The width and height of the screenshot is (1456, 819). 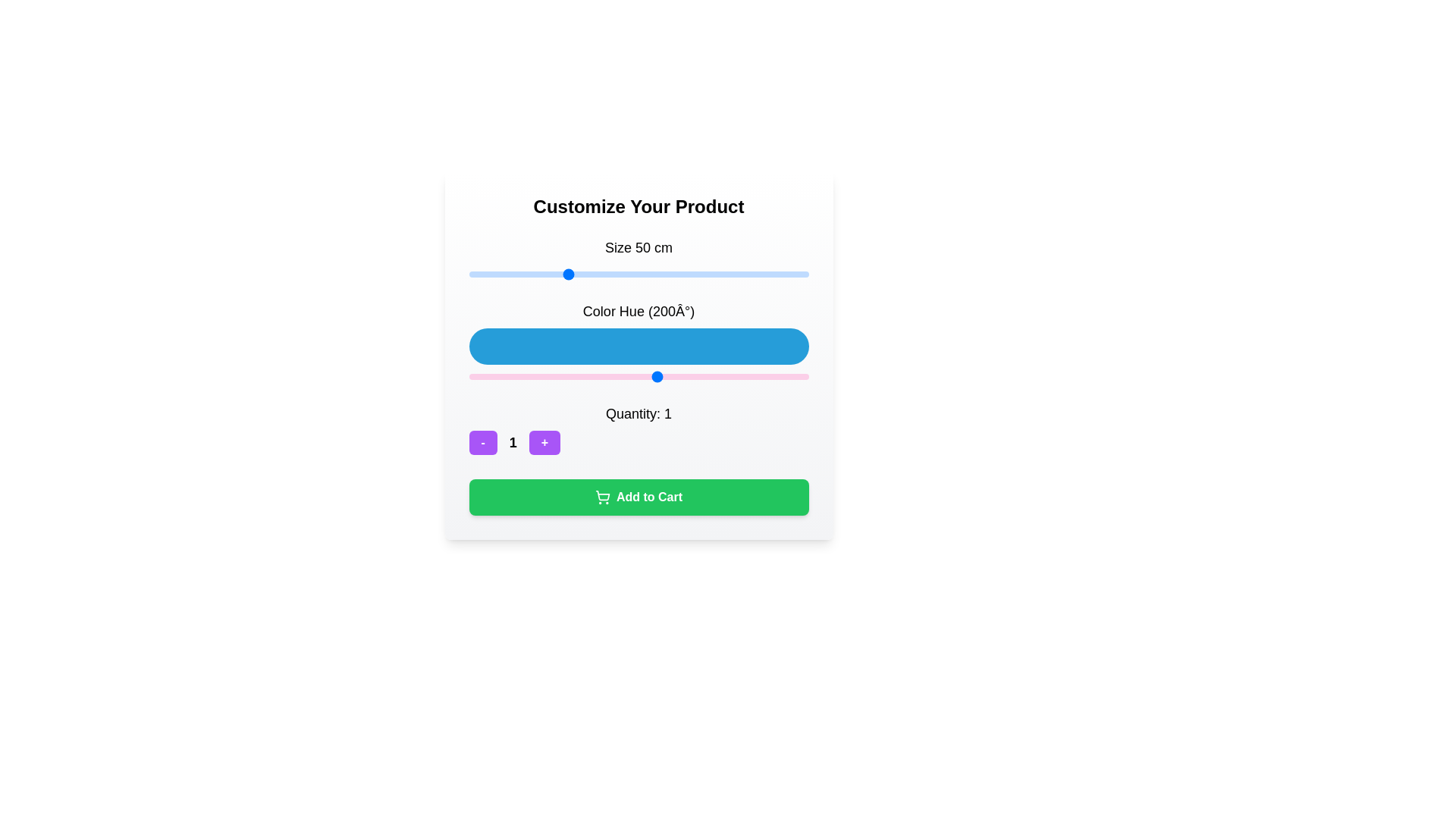 I want to click on the bold, black number '1' display text, which is positioned between the '-' button on the left and the '+' button on the right, in the lower central region of the interface, so click(x=513, y=442).